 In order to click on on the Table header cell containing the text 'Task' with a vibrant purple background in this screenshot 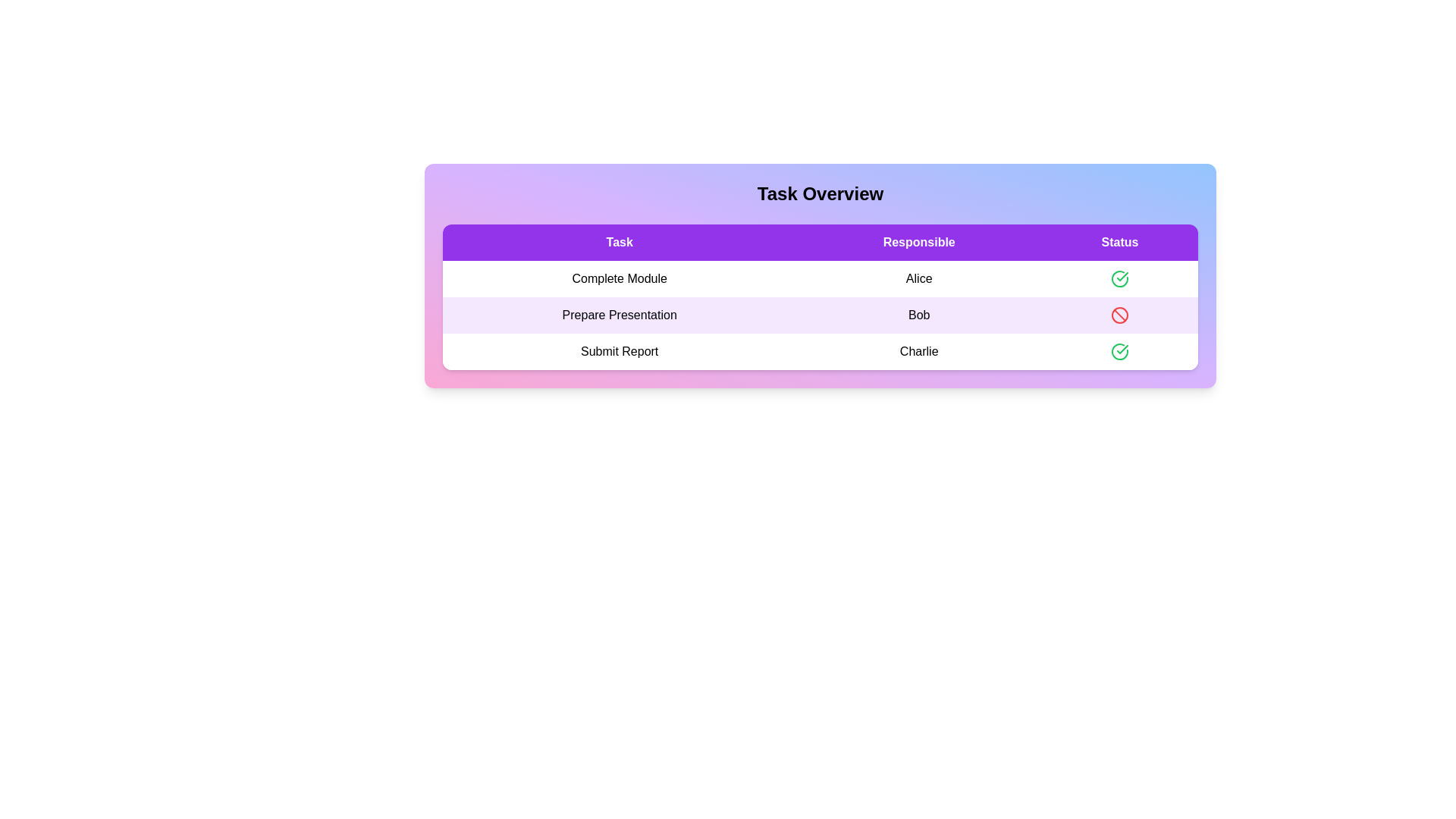, I will do `click(620, 242)`.